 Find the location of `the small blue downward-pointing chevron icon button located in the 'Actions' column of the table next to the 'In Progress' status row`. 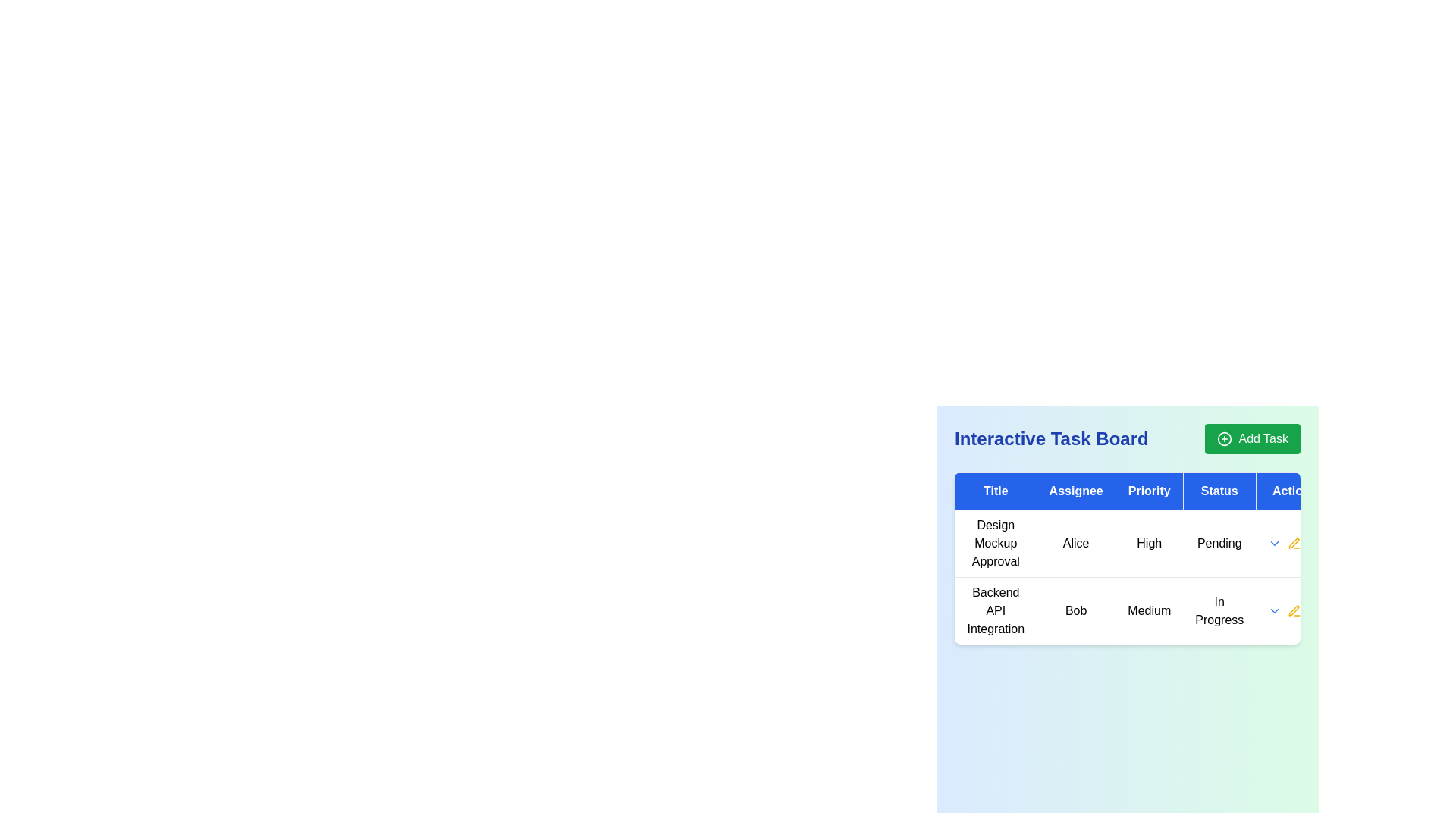

the small blue downward-pointing chevron icon button located in the 'Actions' column of the table next to the 'In Progress' status row is located at coordinates (1274, 610).